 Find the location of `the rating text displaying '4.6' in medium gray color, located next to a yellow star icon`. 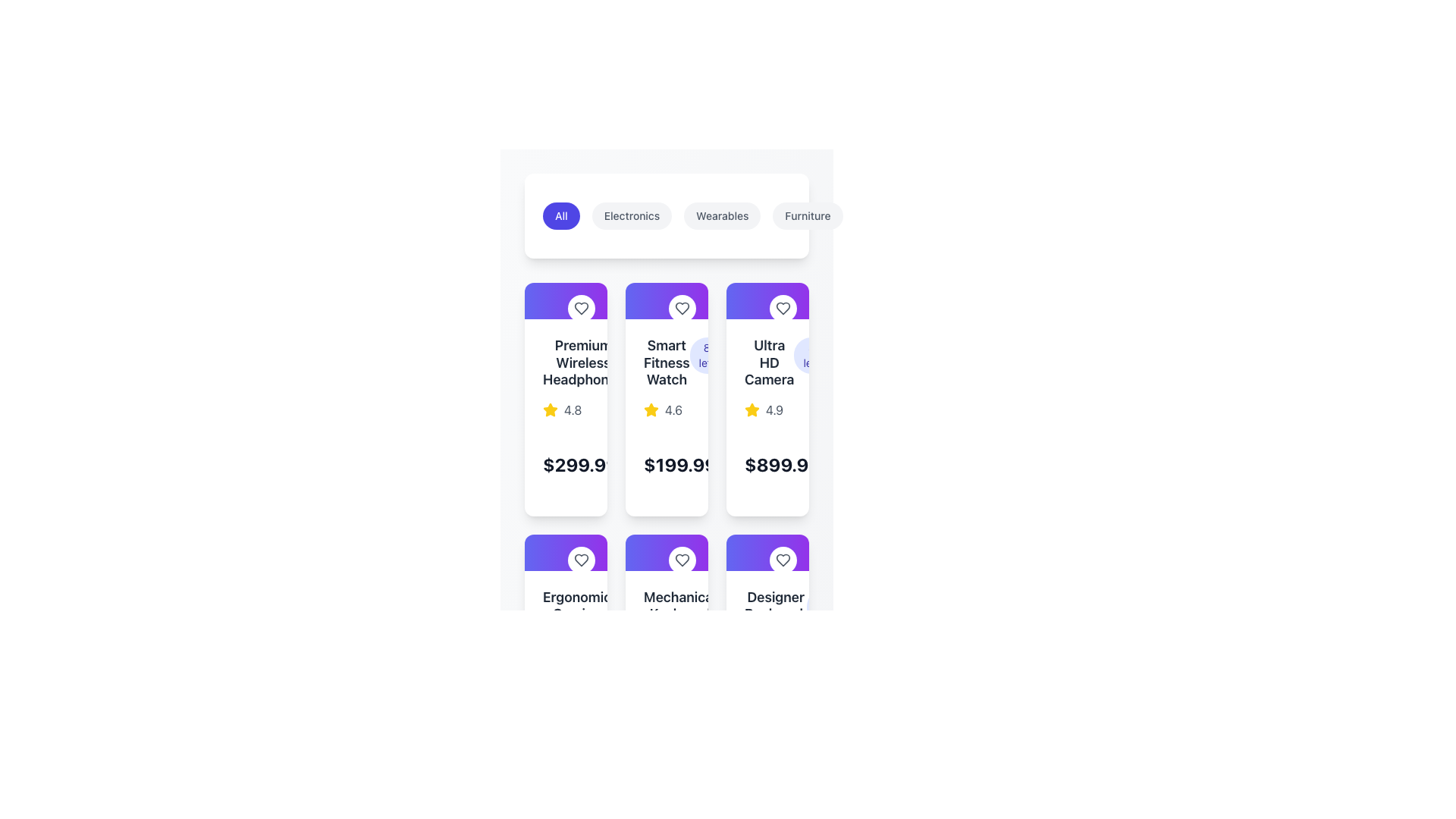

the rating text displaying '4.6' in medium gray color, located next to a yellow star icon is located at coordinates (673, 409).